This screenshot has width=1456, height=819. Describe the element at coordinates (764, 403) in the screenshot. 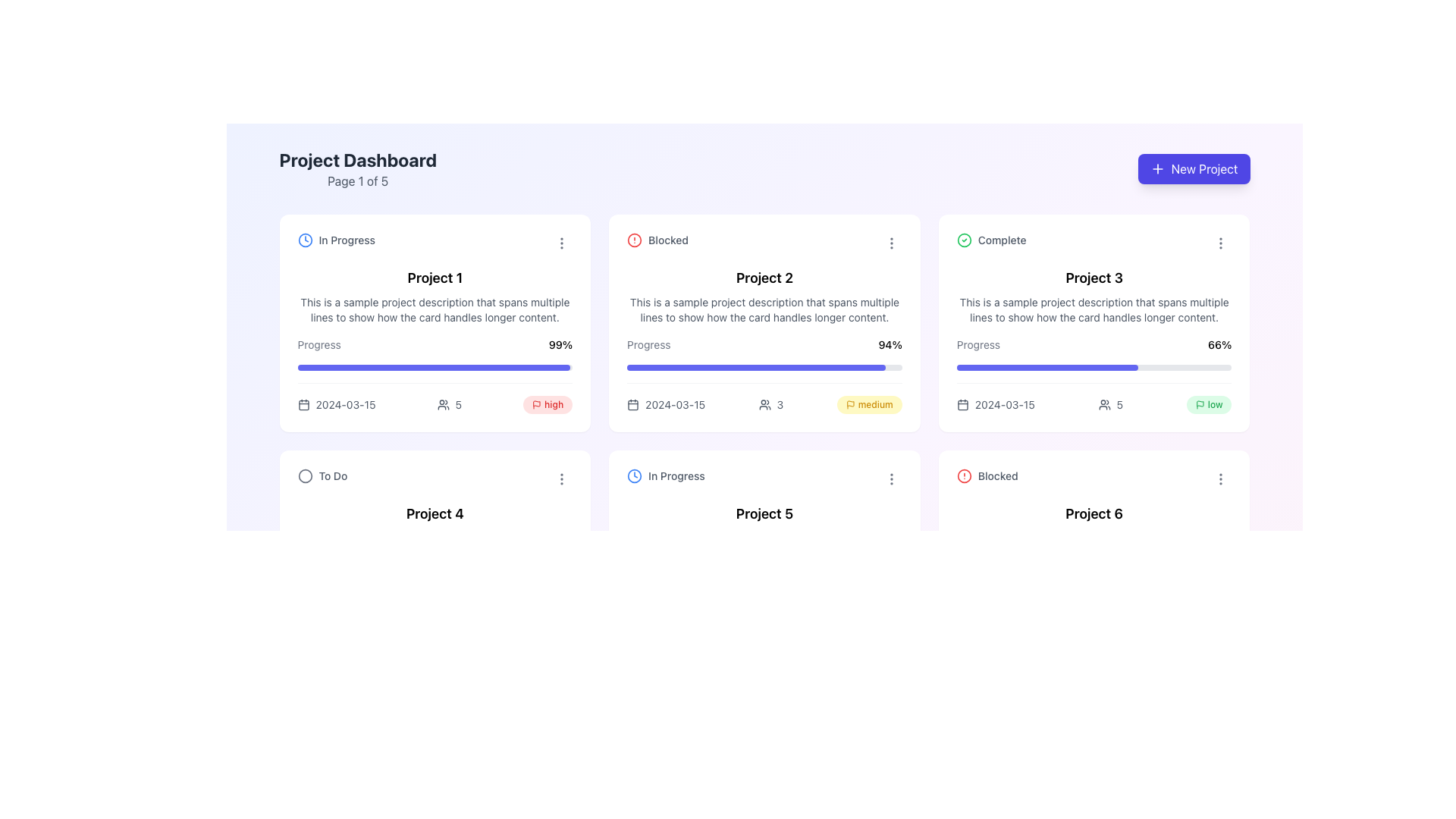

I see `the graphical icon indicating the number of users associated with 'Project 2', located to the left of the numeric value '3'` at that location.